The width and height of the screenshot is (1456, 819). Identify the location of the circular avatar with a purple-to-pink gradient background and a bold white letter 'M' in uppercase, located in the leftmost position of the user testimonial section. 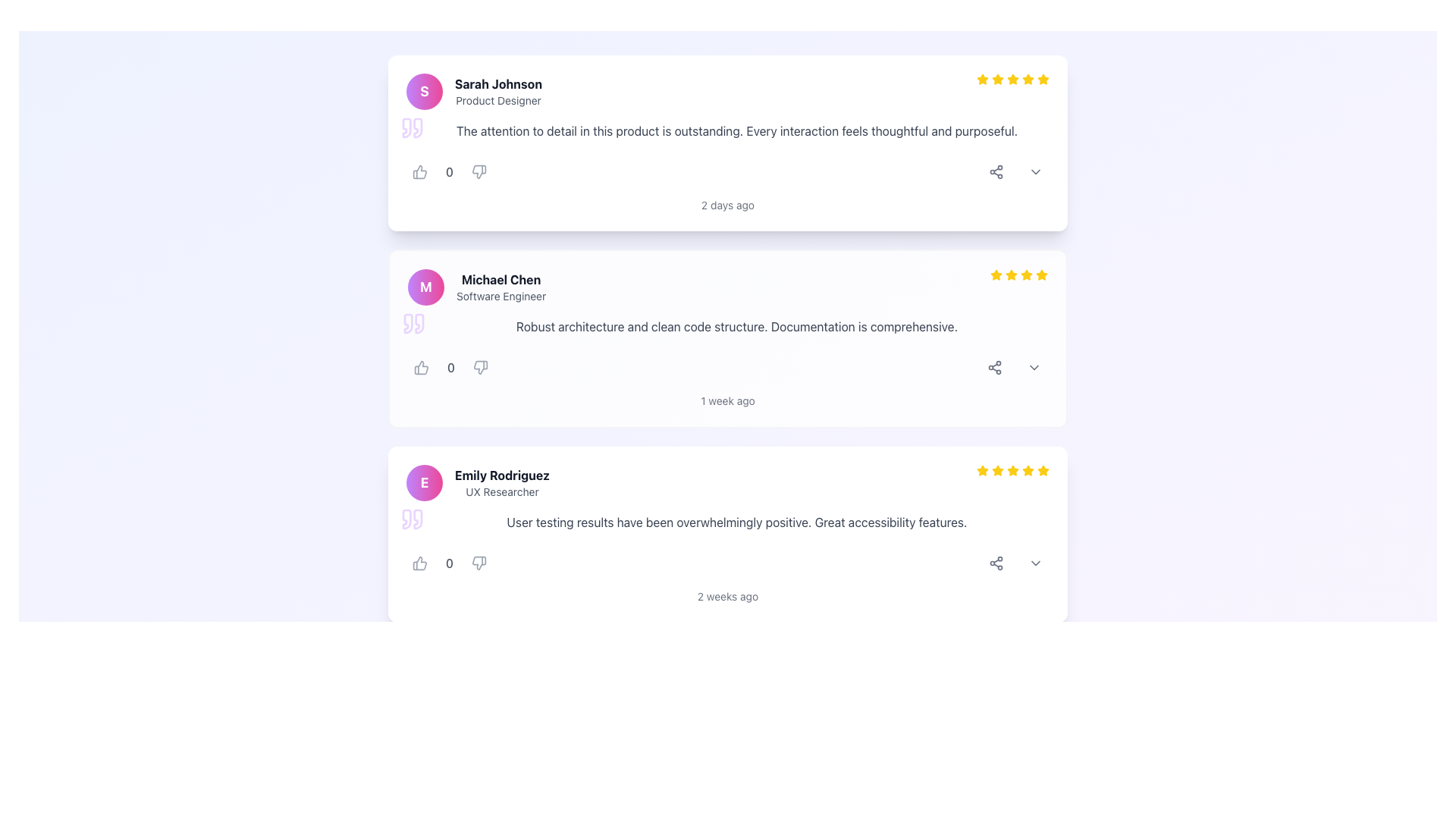
(425, 287).